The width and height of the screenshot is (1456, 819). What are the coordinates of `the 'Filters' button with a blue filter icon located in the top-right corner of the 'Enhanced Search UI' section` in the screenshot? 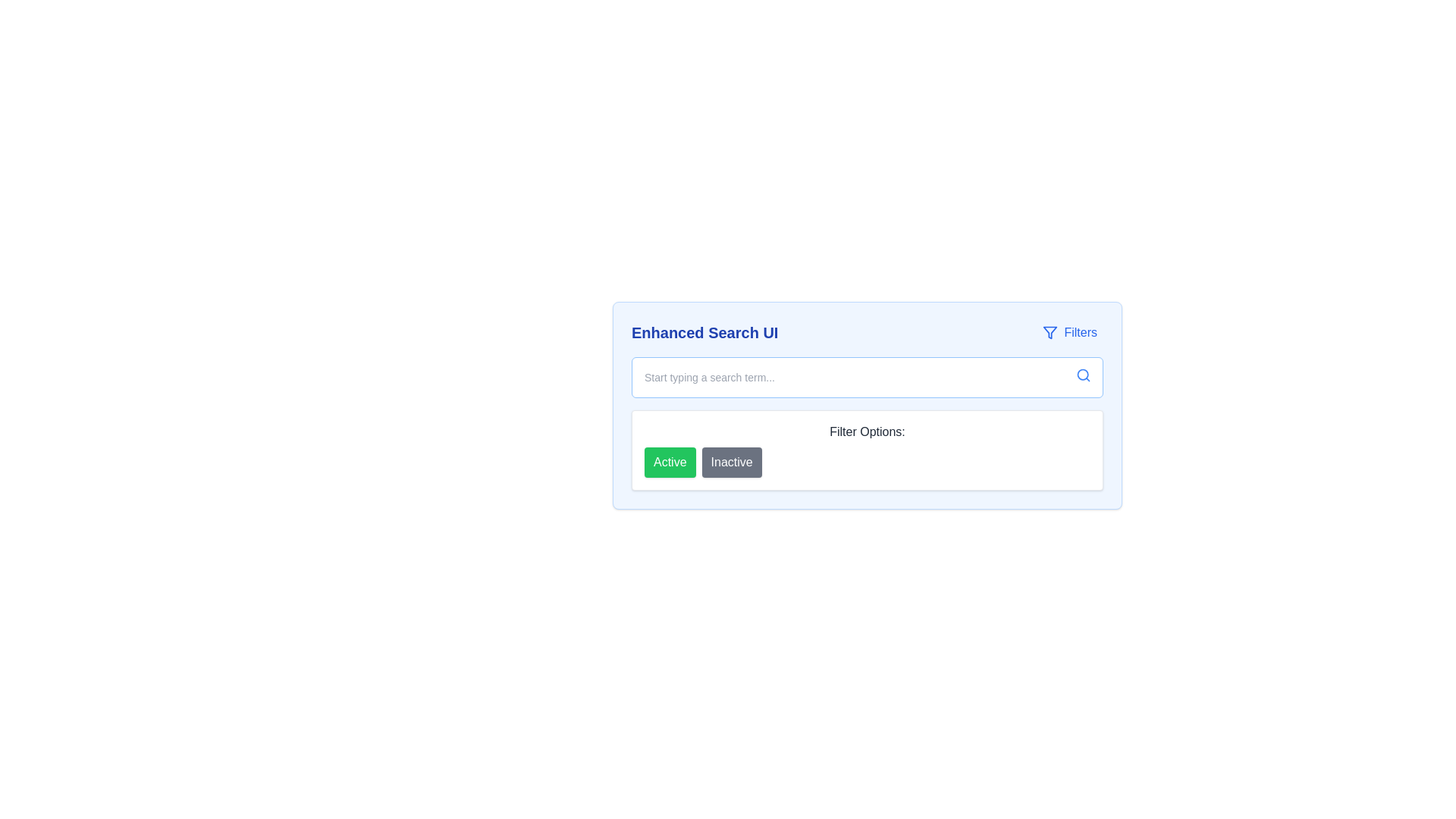 It's located at (1069, 332).